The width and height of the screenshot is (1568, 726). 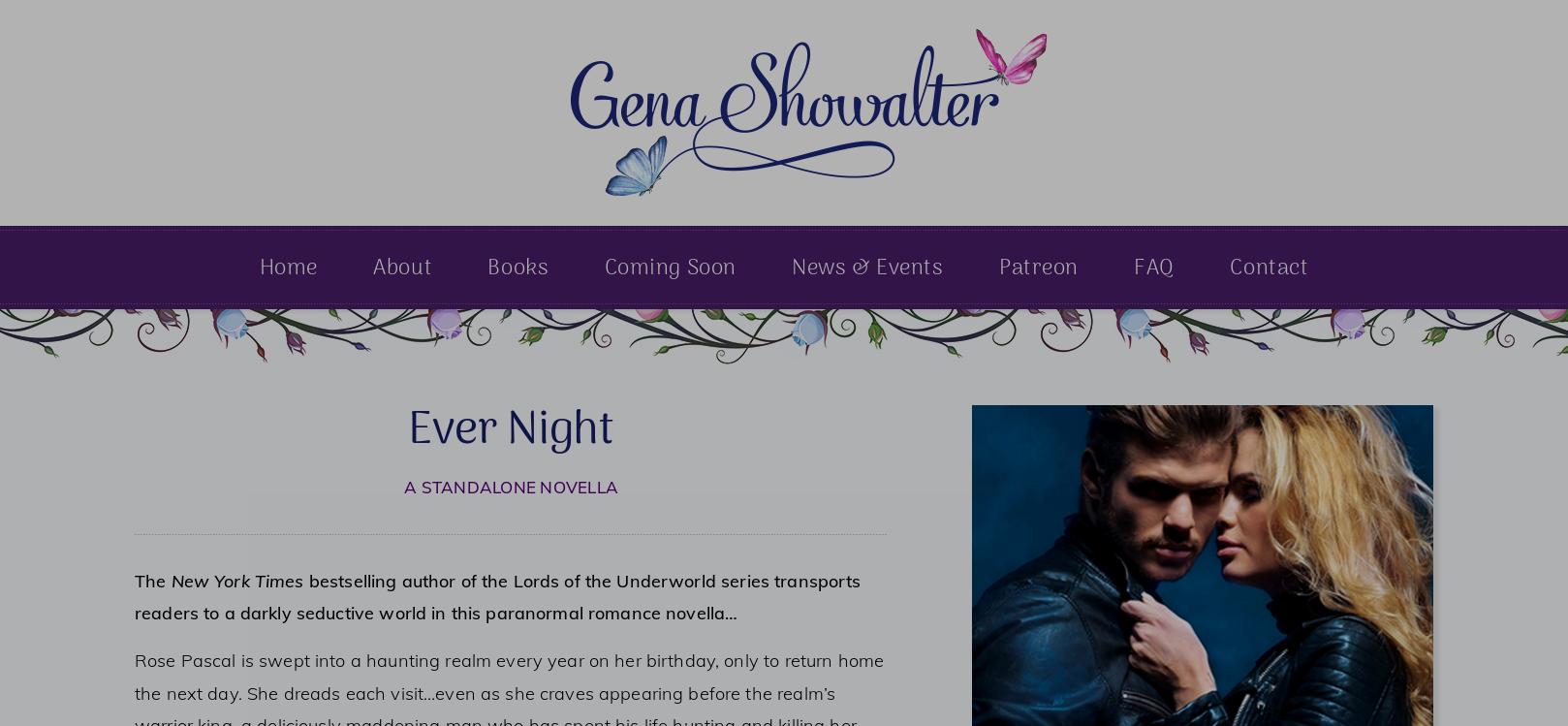 What do you see at coordinates (510, 485) in the screenshot?
I see `'A Standalone Novella'` at bounding box center [510, 485].